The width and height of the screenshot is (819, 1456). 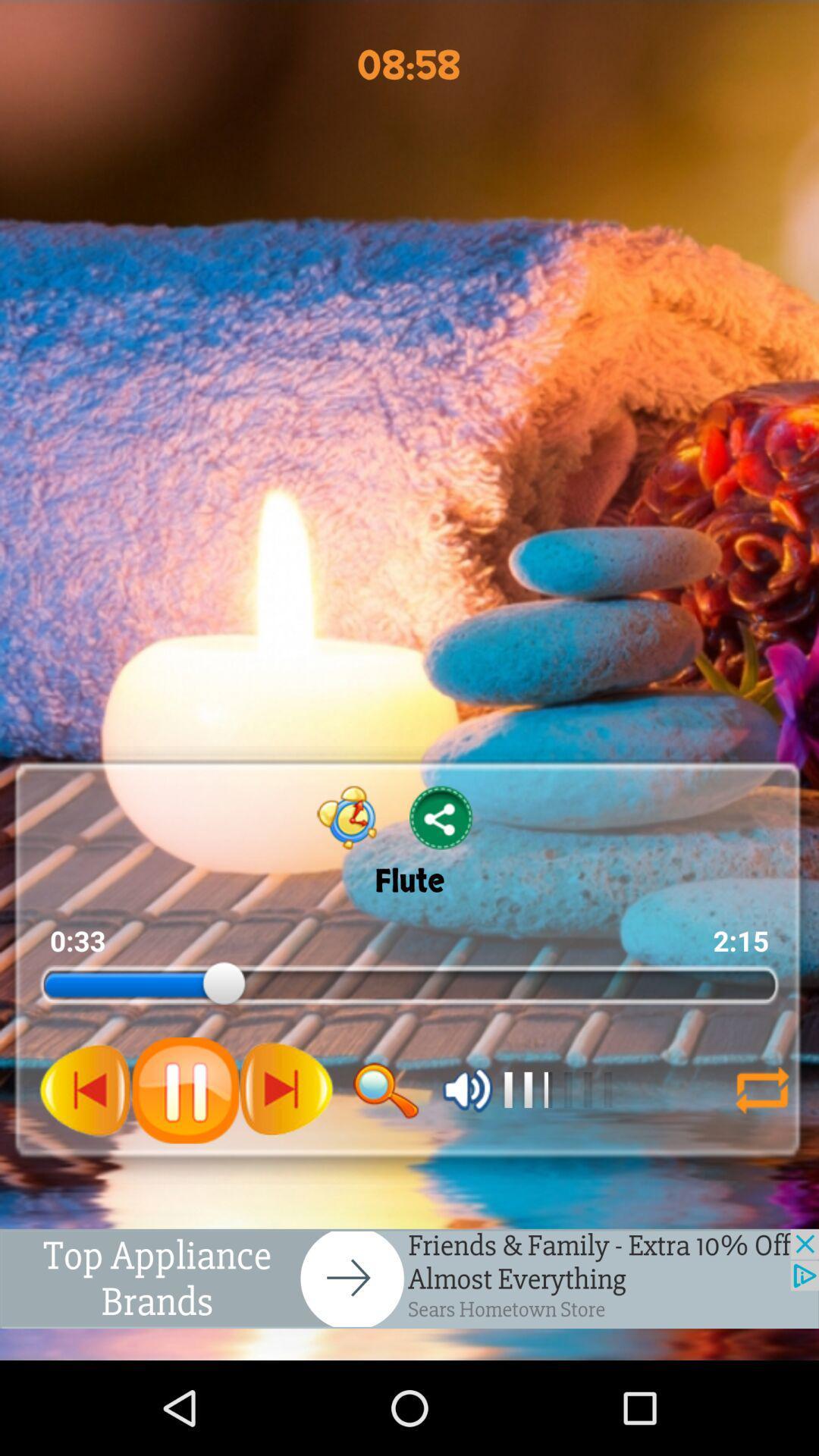 What do you see at coordinates (441, 817) in the screenshot?
I see `share the information` at bounding box center [441, 817].